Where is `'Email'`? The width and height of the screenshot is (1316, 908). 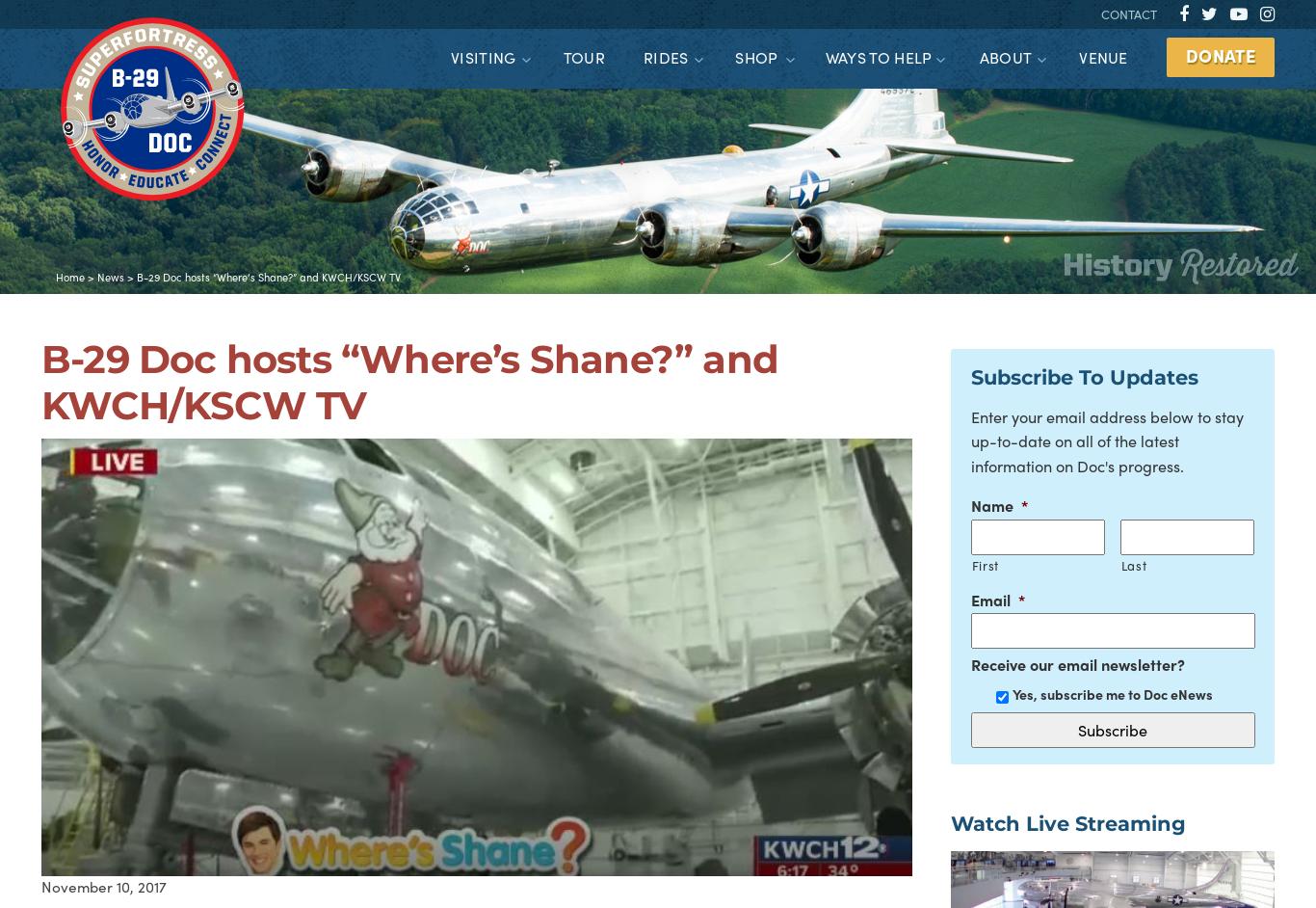
'Email' is located at coordinates (988, 599).